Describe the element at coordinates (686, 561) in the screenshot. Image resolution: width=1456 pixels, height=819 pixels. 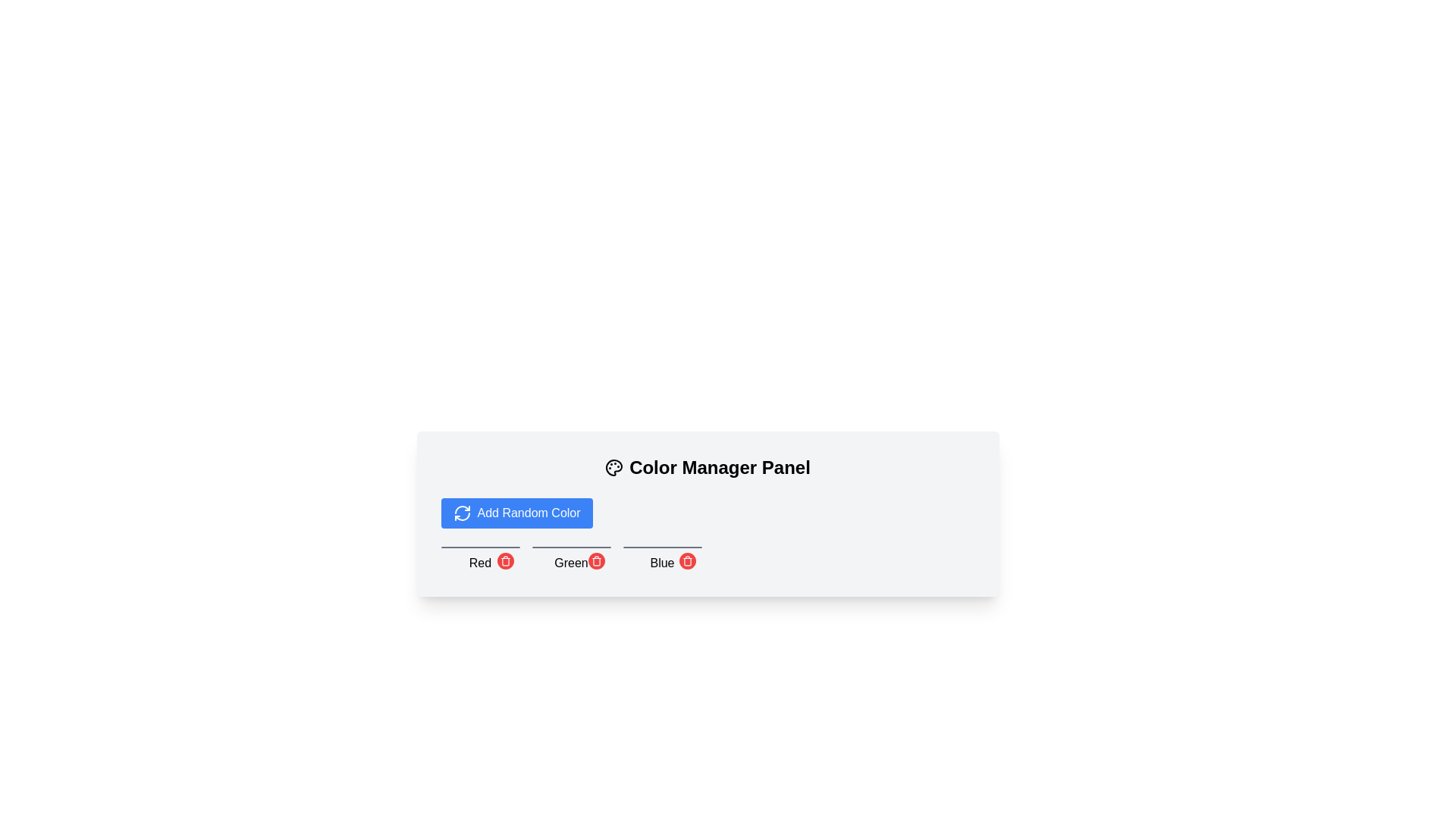
I see `the delete icon button located to the right of the 'Blue' text label` at that location.